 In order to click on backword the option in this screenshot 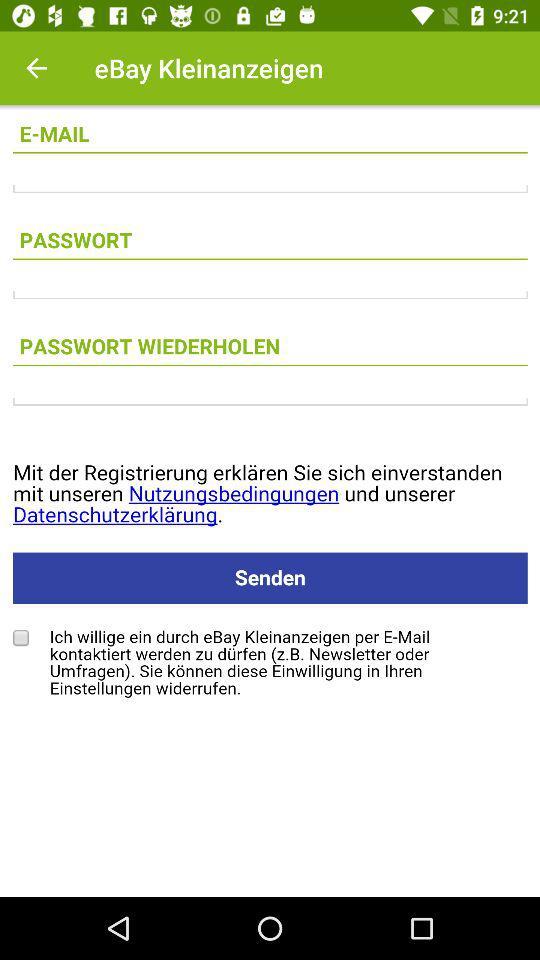, I will do `click(36, 68)`.